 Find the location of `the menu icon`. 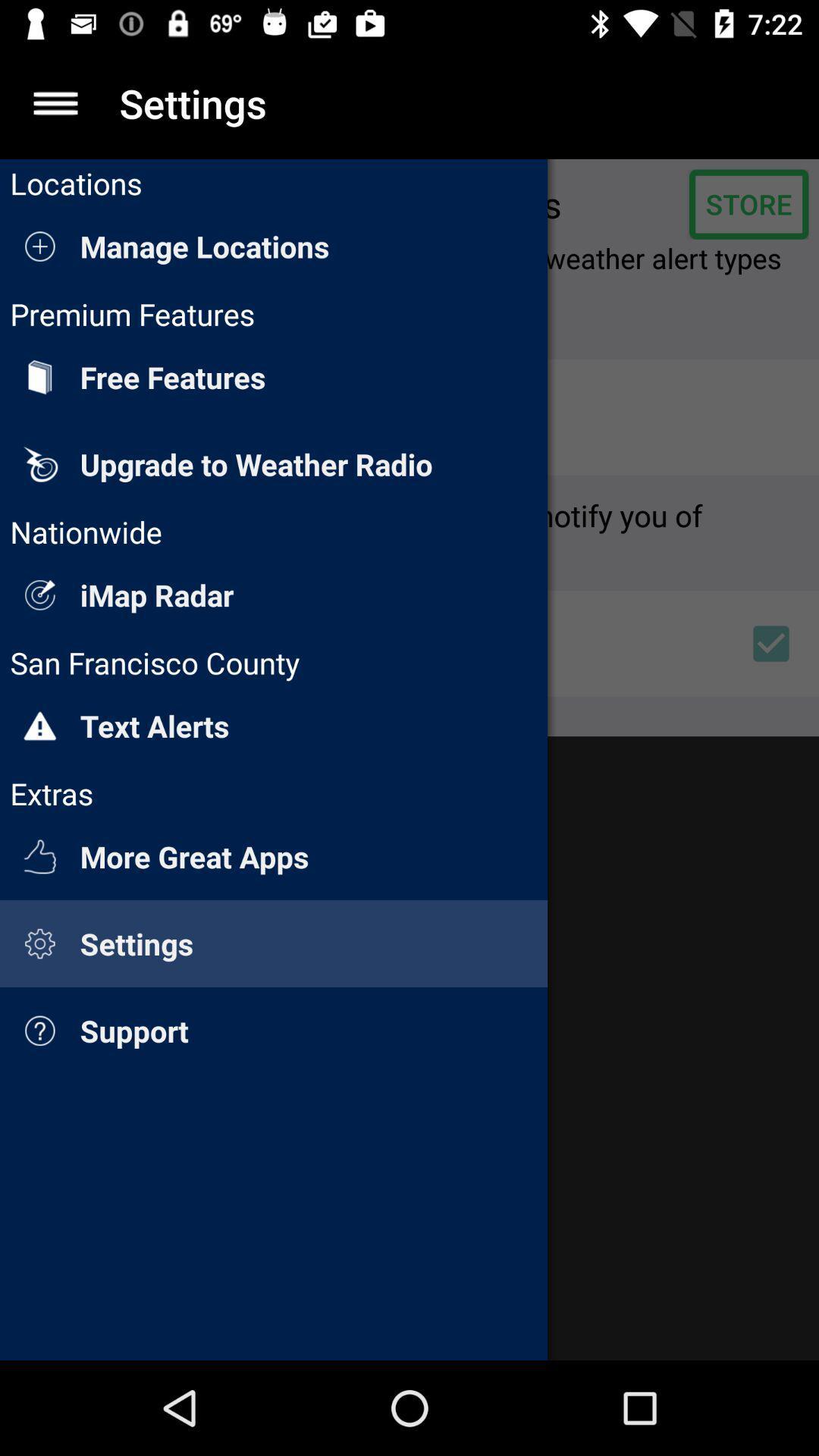

the menu icon is located at coordinates (55, 102).